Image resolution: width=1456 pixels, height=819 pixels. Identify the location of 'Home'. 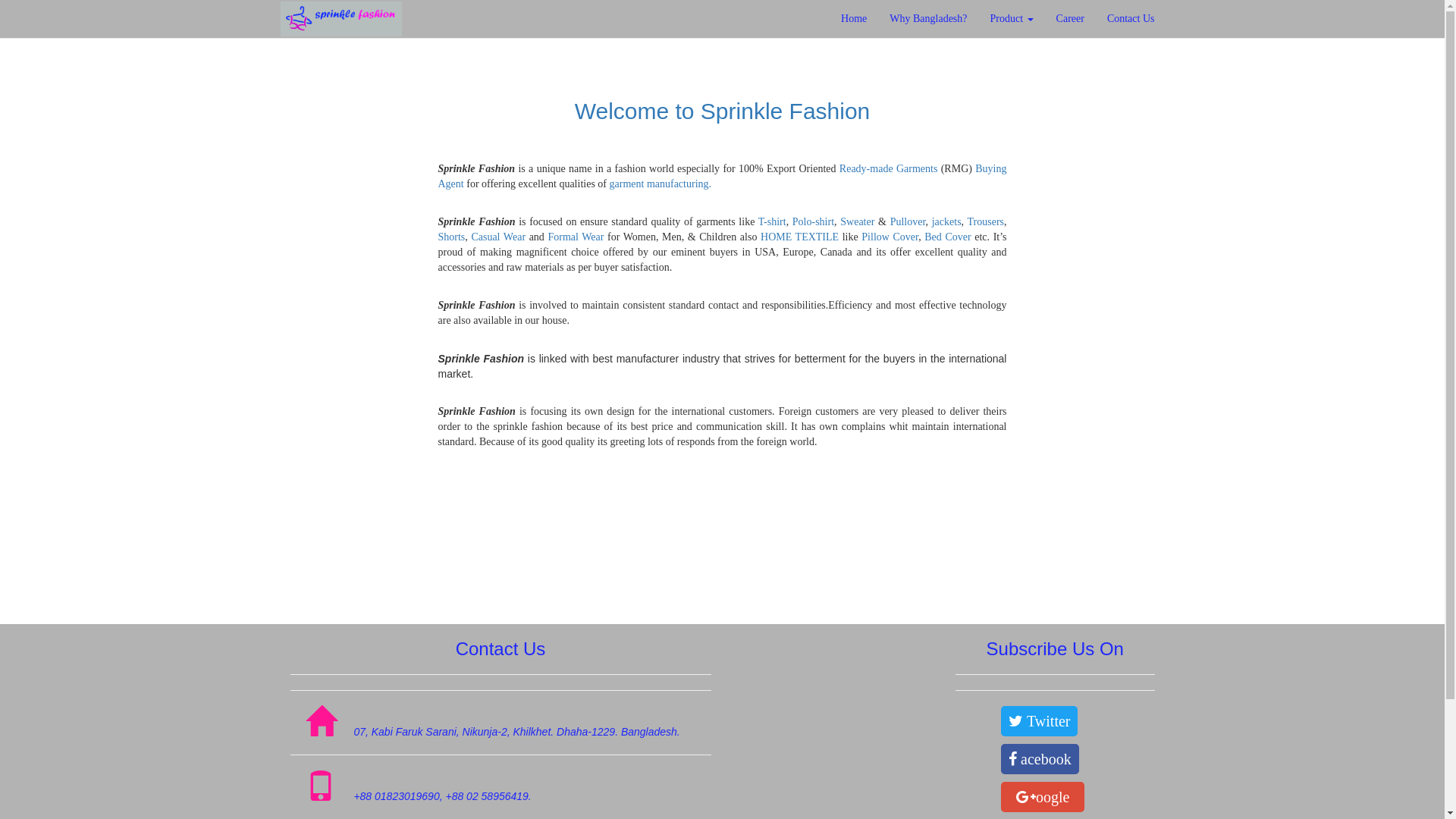
(854, 18).